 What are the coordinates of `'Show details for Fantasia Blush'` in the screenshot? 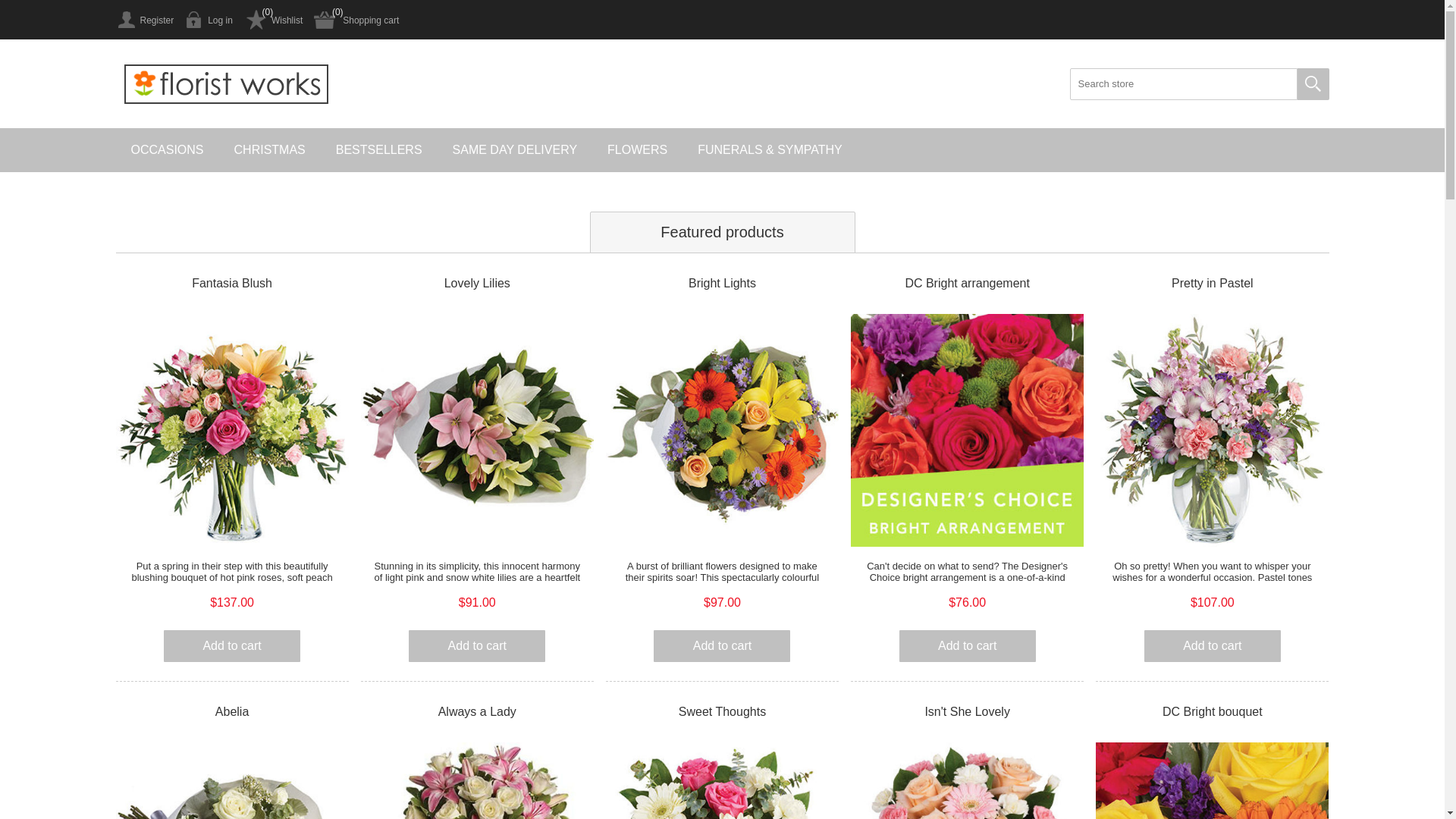 It's located at (231, 430).